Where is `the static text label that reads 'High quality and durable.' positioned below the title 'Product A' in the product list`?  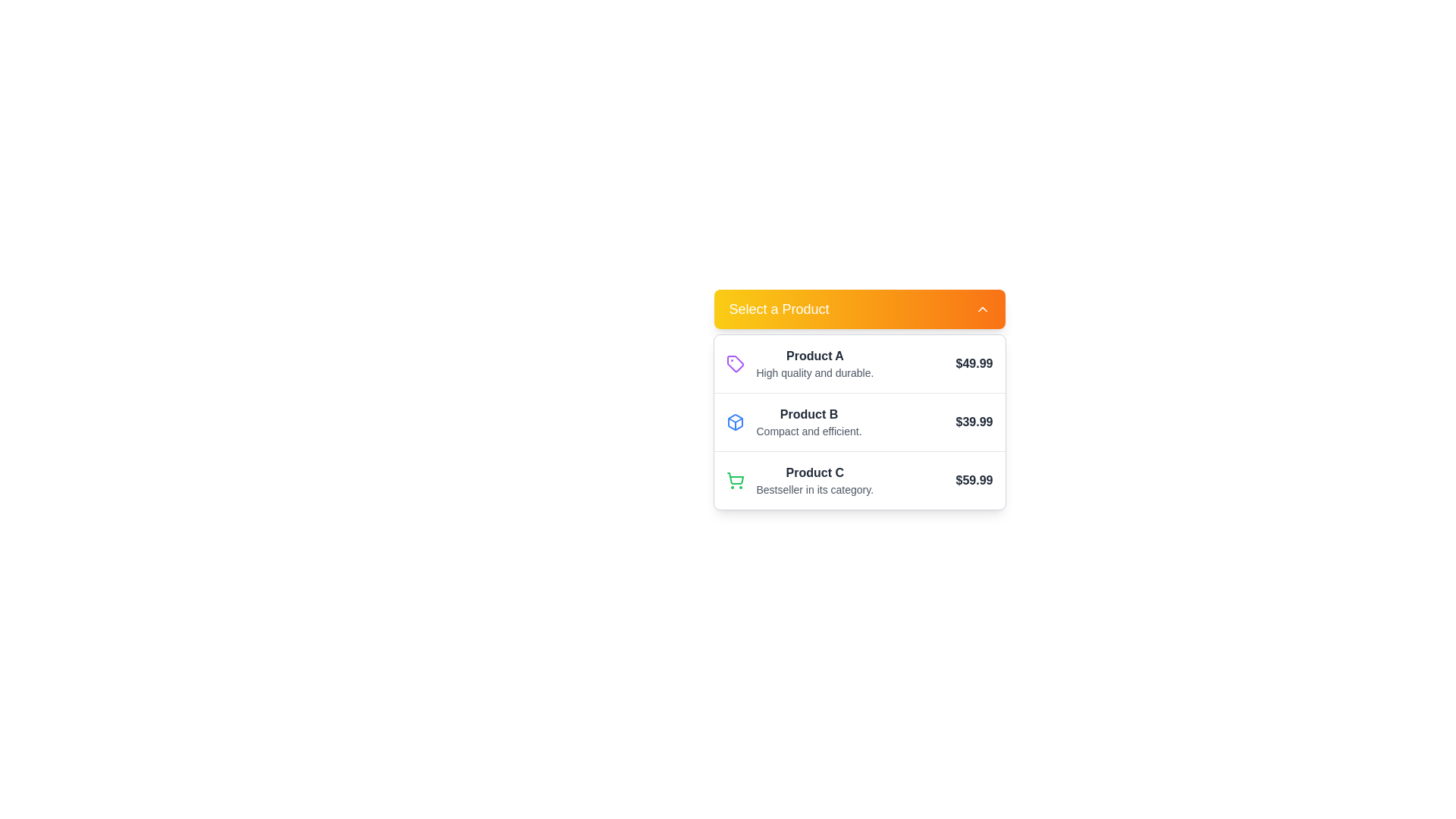
the static text label that reads 'High quality and durable.' positioned below the title 'Product A' in the product list is located at coordinates (814, 373).